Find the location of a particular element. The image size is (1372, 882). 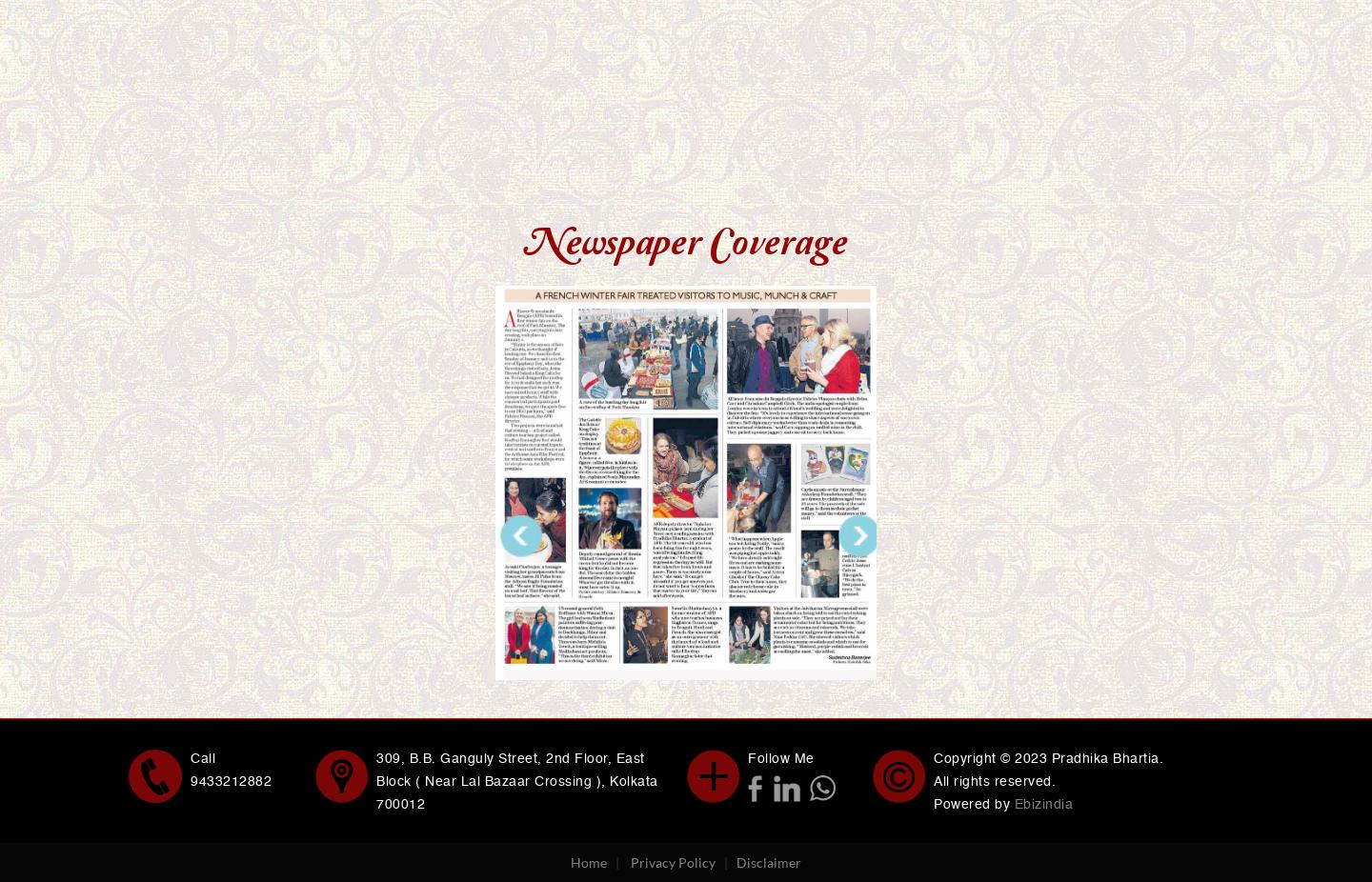

'Disclaimer' is located at coordinates (768, 861).